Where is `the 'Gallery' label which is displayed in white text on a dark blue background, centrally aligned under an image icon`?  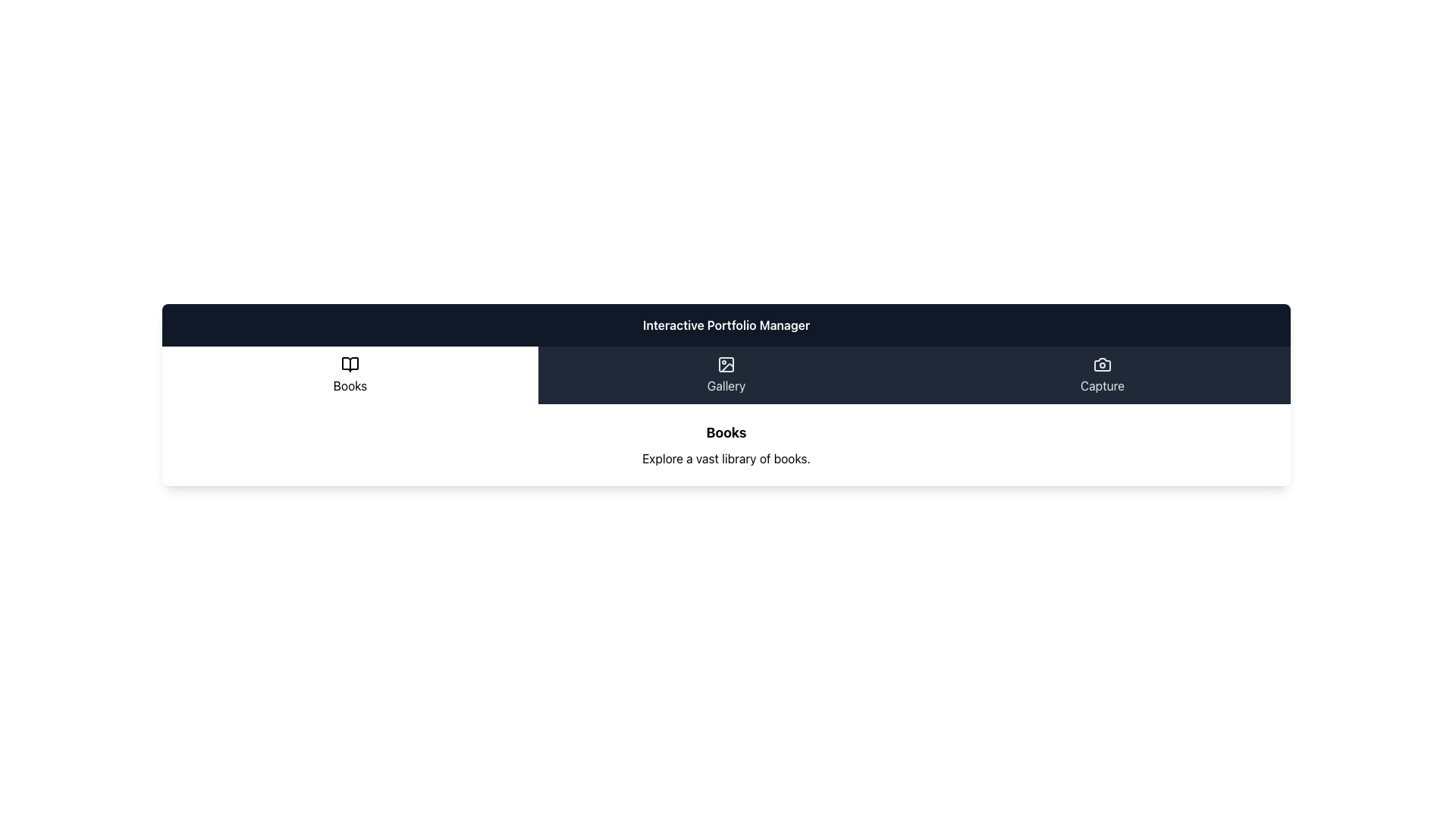
the 'Gallery' label which is displayed in white text on a dark blue background, centrally aligned under an image icon is located at coordinates (726, 385).